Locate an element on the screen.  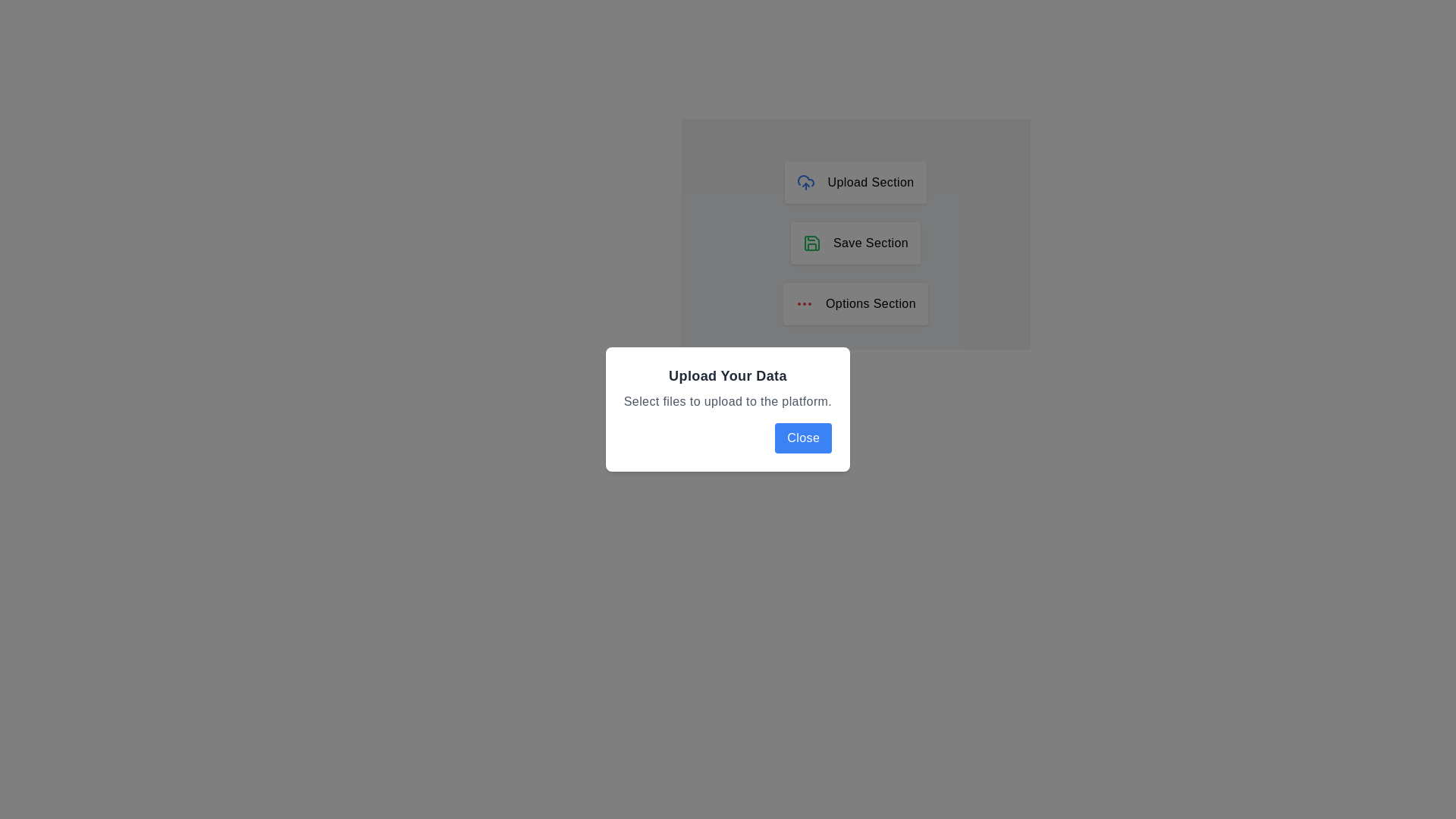
the ellipsis icon button located in the 'Options Section' card at the bottom of the three vertically stacked cards to trigger hover-based effects is located at coordinates (803, 304).